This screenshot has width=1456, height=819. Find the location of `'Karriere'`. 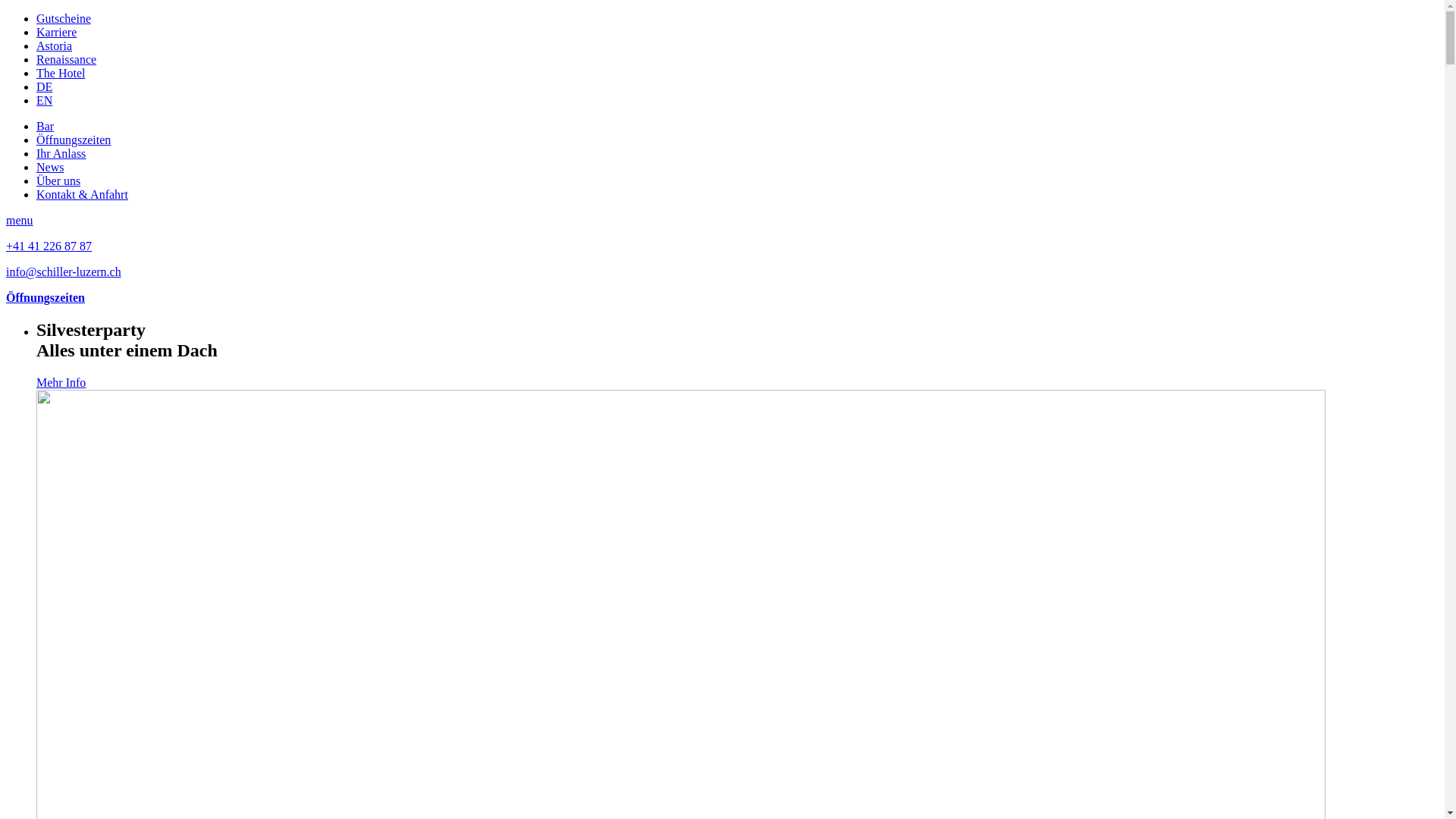

'Karriere' is located at coordinates (56, 32).